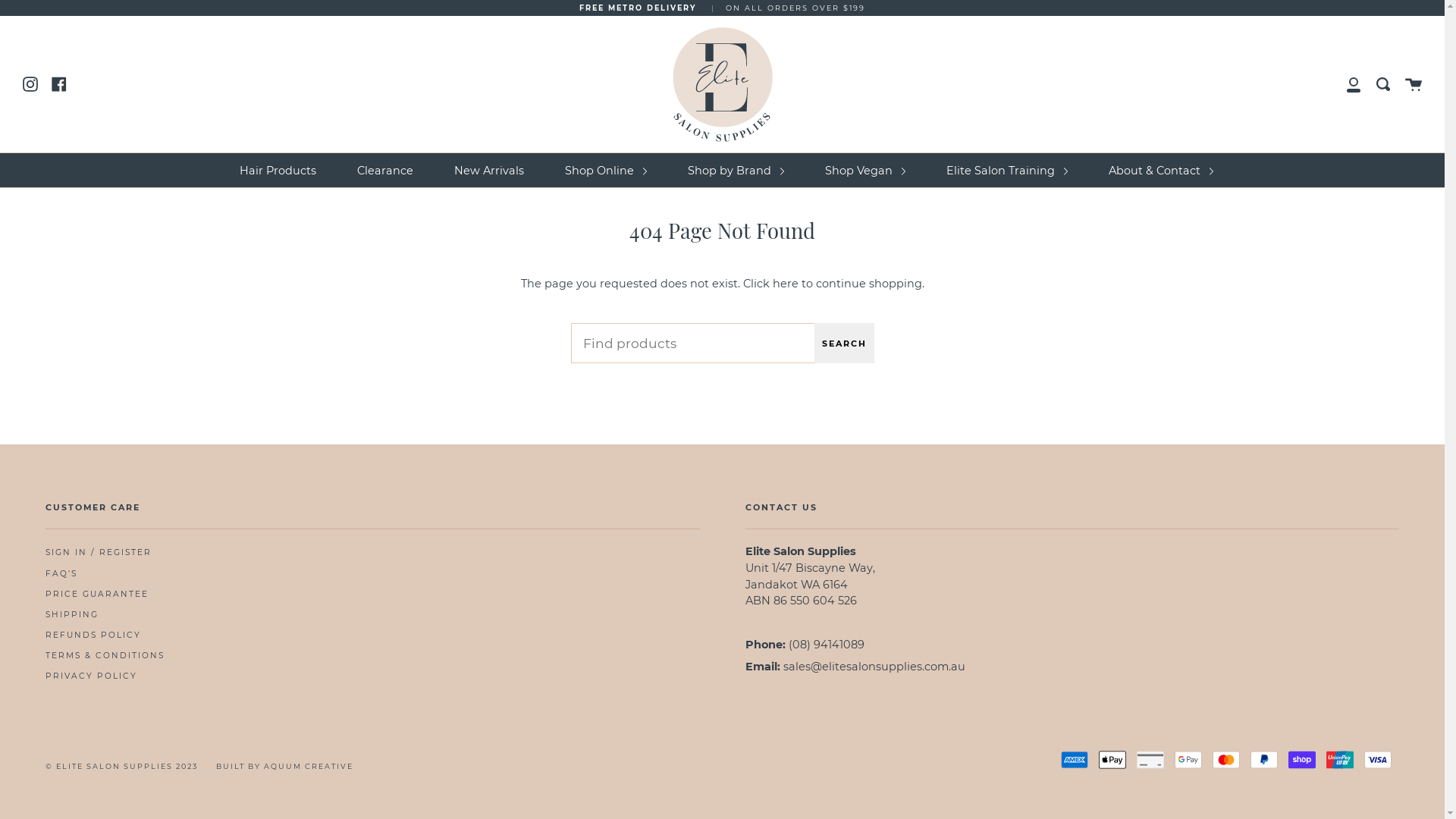  What do you see at coordinates (1412, 84) in the screenshot?
I see `'Cart'` at bounding box center [1412, 84].